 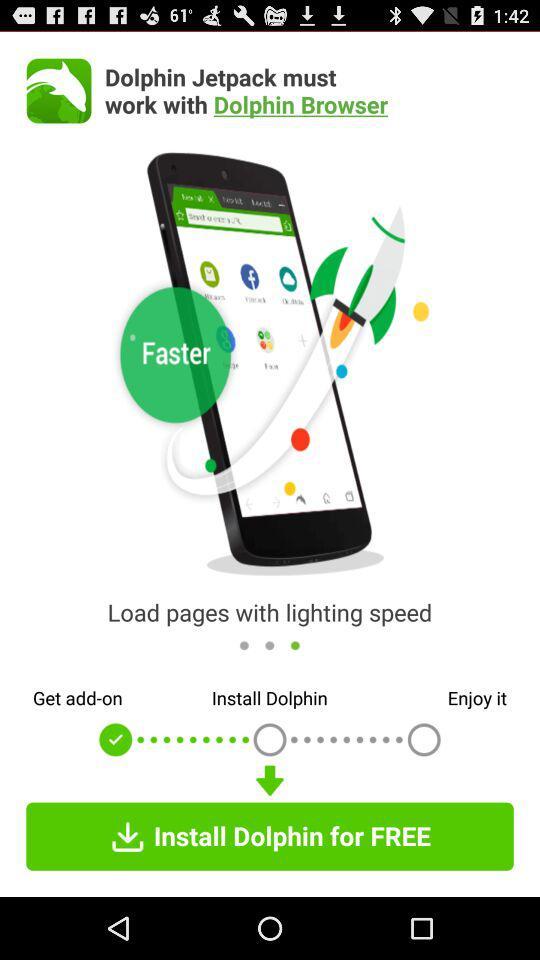 What do you see at coordinates (309, 90) in the screenshot?
I see `item at the top` at bounding box center [309, 90].